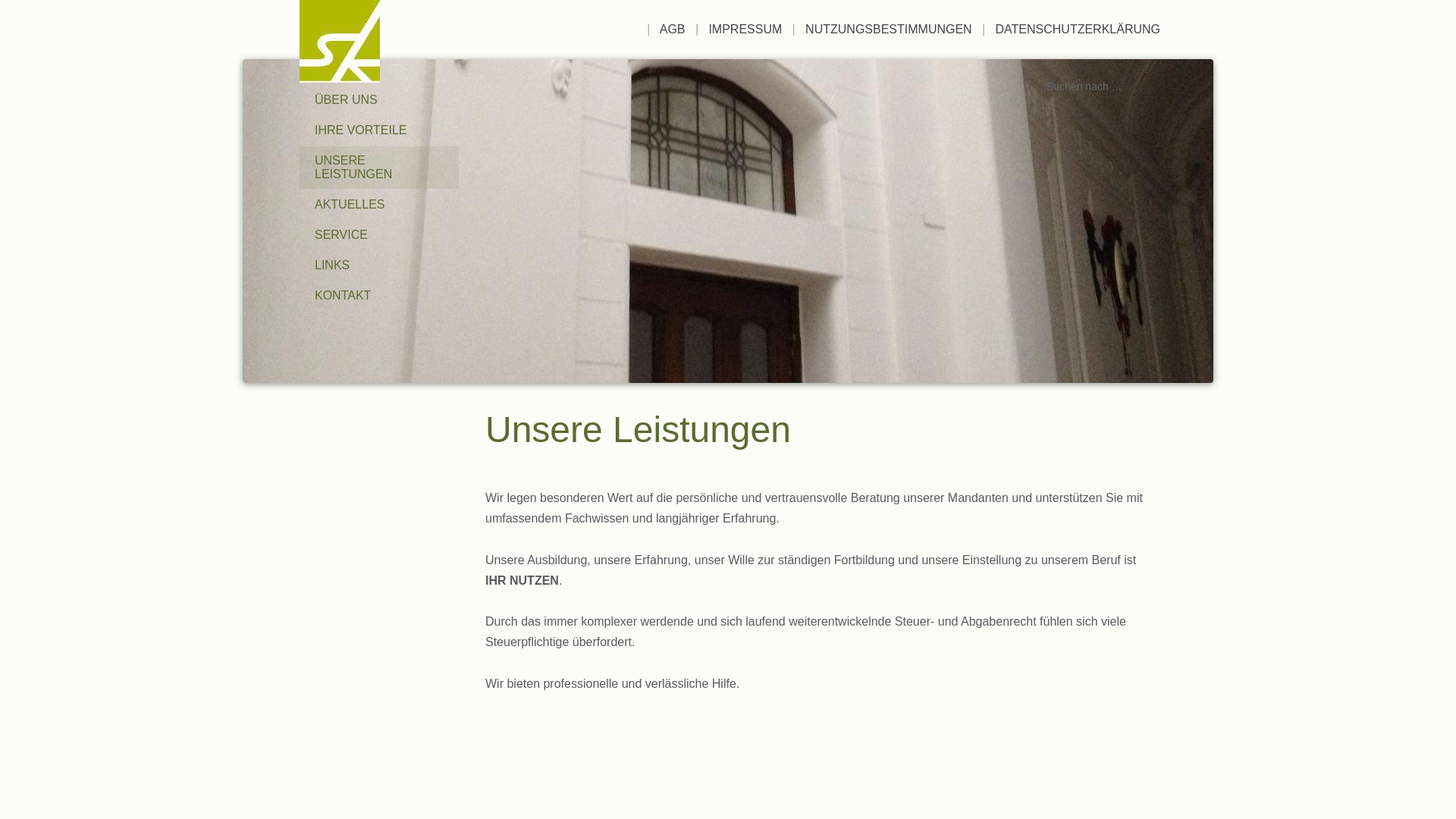 The height and width of the screenshot is (819, 1456). I want to click on 'KONTAKT', so click(378, 295).